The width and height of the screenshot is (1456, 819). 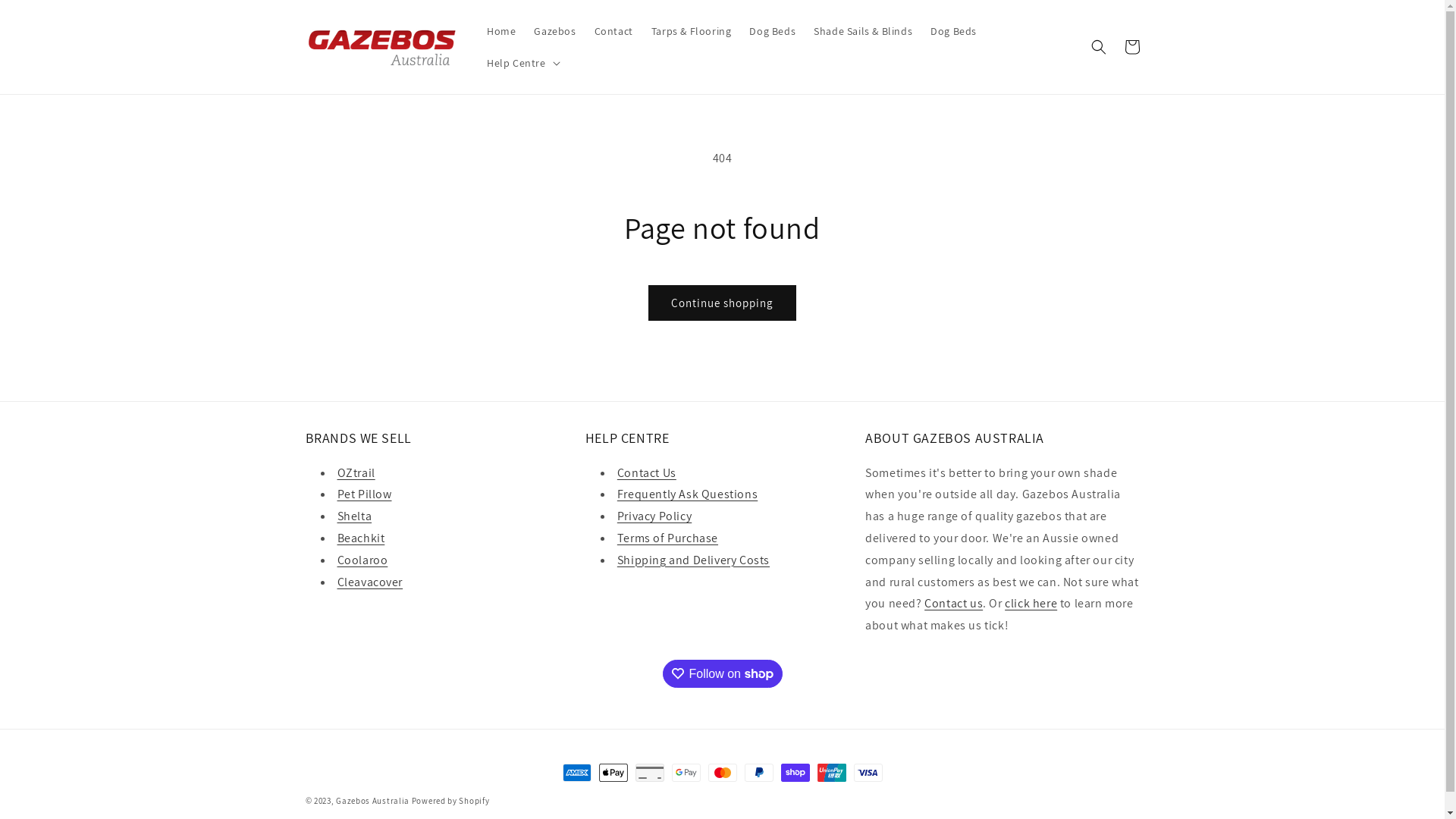 What do you see at coordinates (691, 31) in the screenshot?
I see `'Tarps & Flooring'` at bounding box center [691, 31].